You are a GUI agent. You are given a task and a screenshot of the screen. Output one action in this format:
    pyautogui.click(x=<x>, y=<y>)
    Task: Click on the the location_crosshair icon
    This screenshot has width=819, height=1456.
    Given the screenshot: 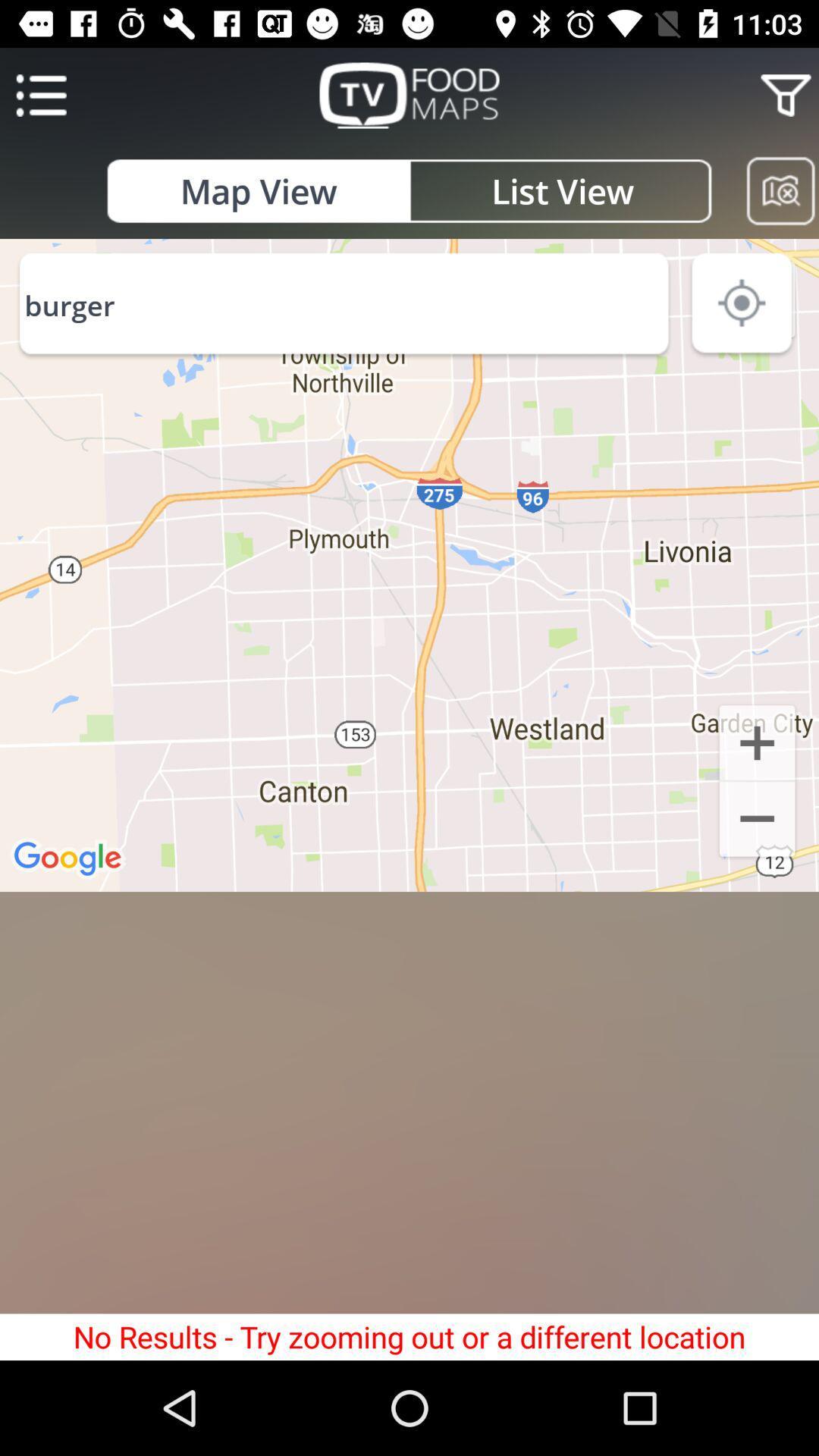 What is the action you would take?
    pyautogui.click(x=742, y=305)
    